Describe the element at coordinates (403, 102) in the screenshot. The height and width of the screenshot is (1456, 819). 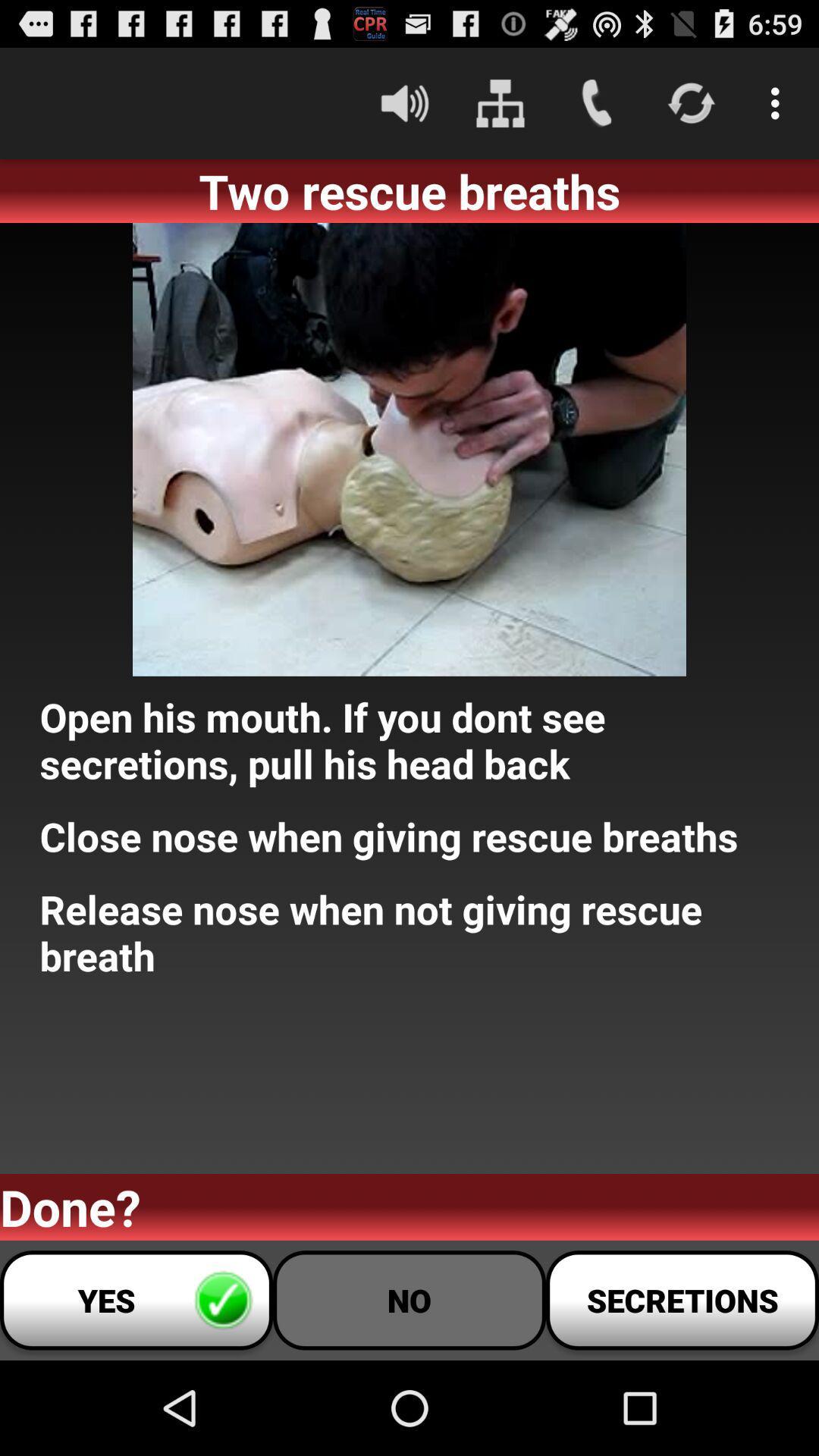
I see `icon above the two rescue breaths app` at that location.